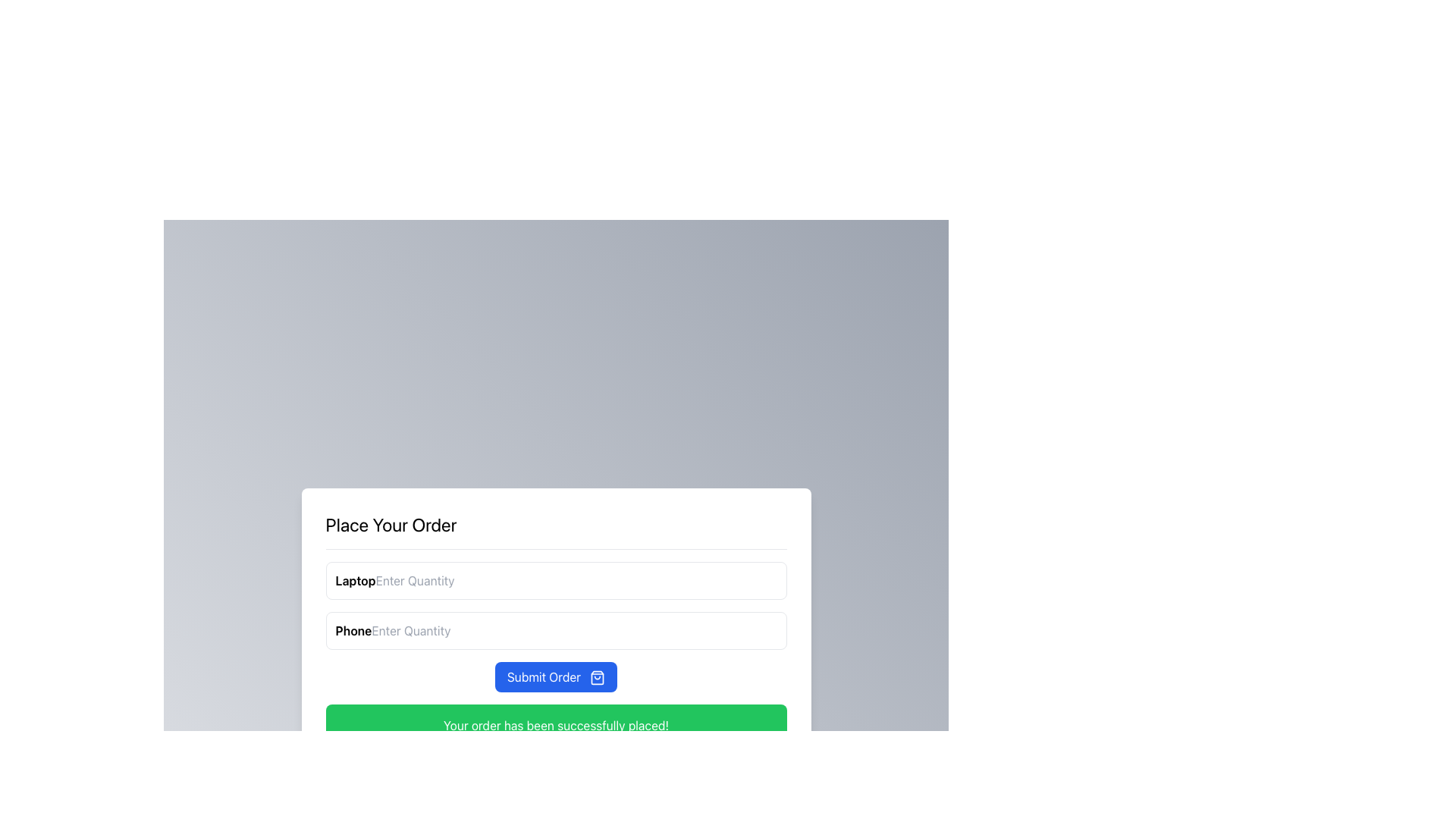  What do you see at coordinates (555, 580) in the screenshot?
I see `the input field for specifying the quantity of 'Laptop' in the order section using keyboard focus` at bounding box center [555, 580].